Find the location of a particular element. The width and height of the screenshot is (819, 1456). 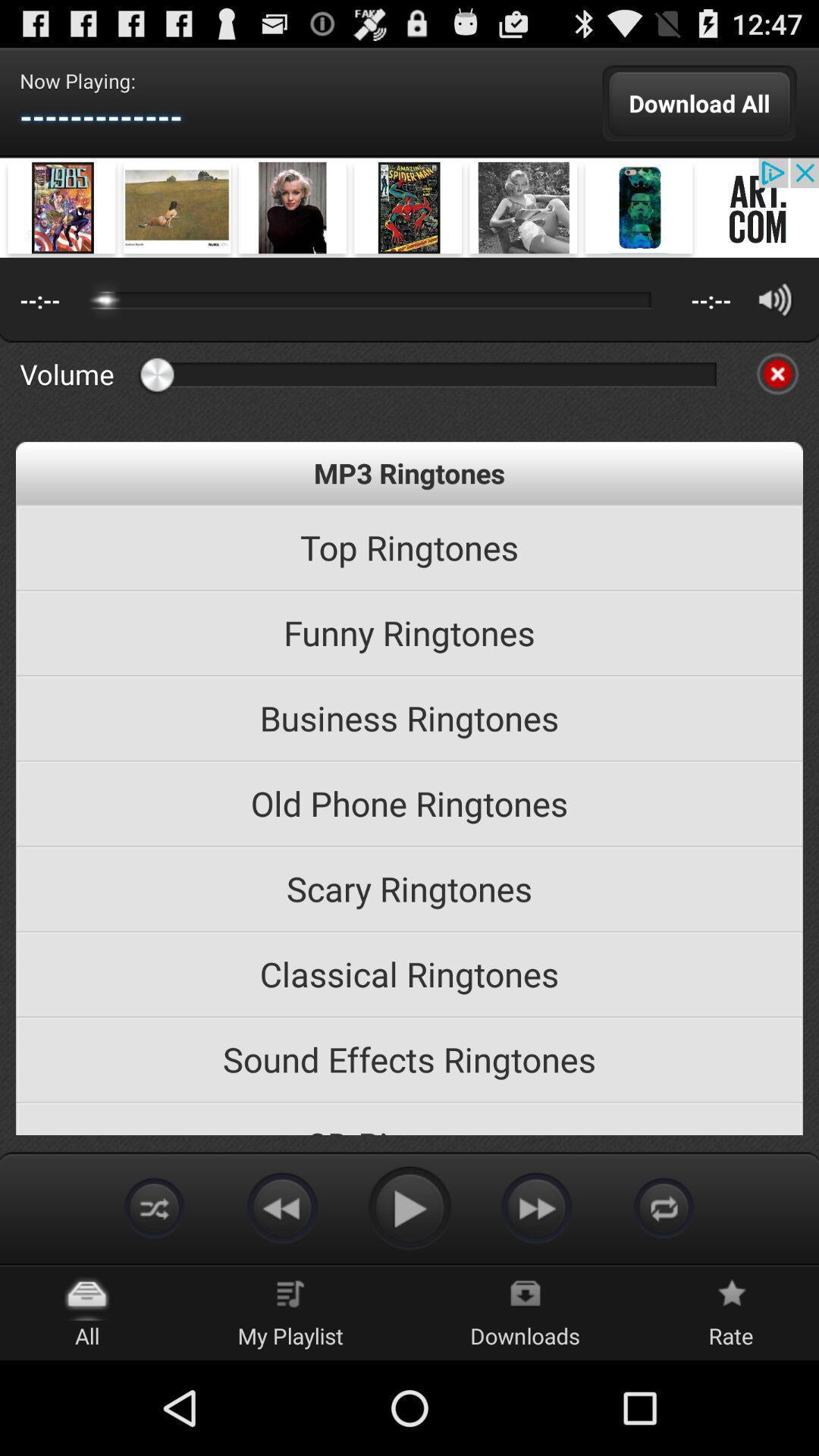

shuffle is located at coordinates (155, 1207).